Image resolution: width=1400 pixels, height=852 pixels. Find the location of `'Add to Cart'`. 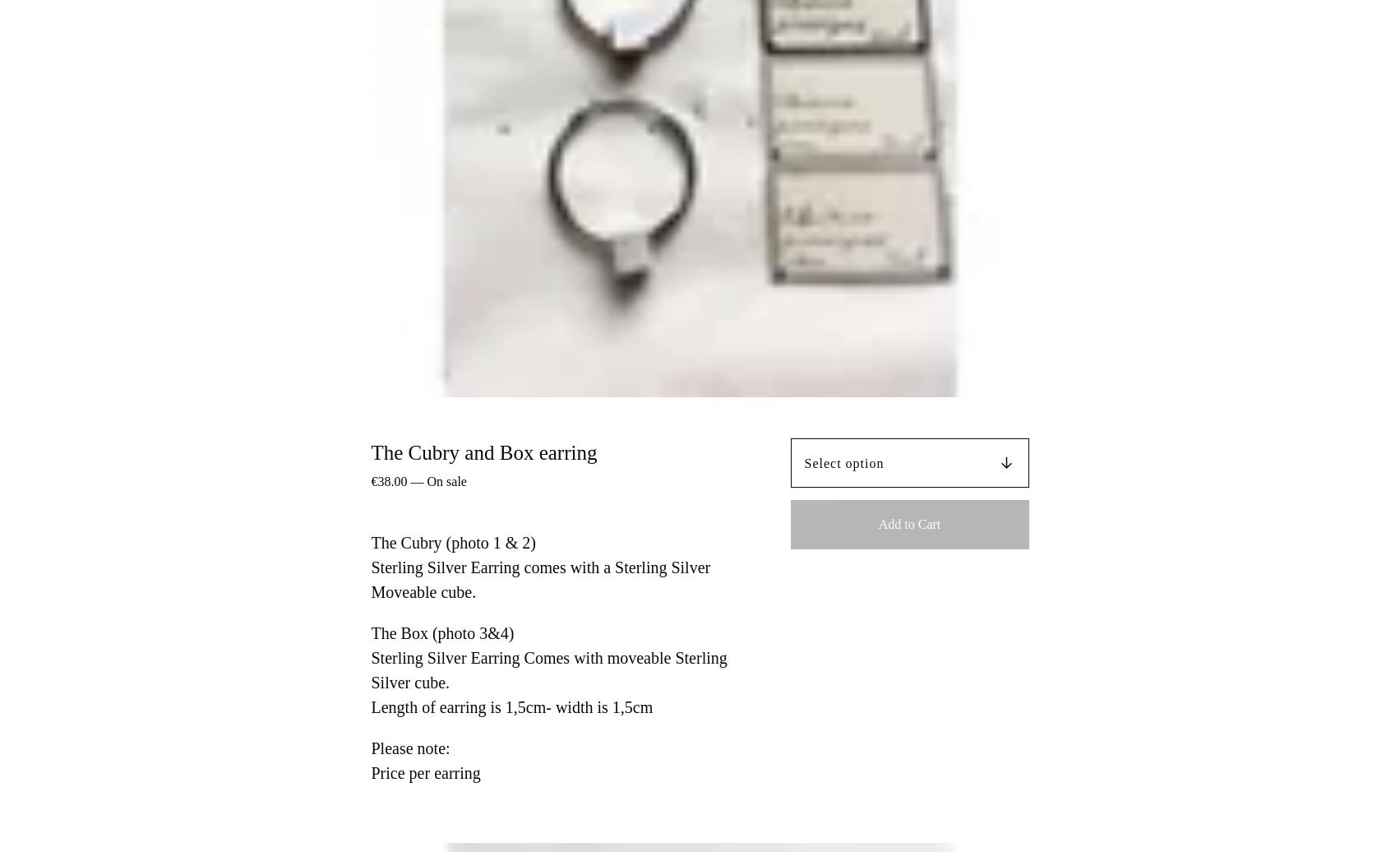

'Add to Cart' is located at coordinates (908, 523).